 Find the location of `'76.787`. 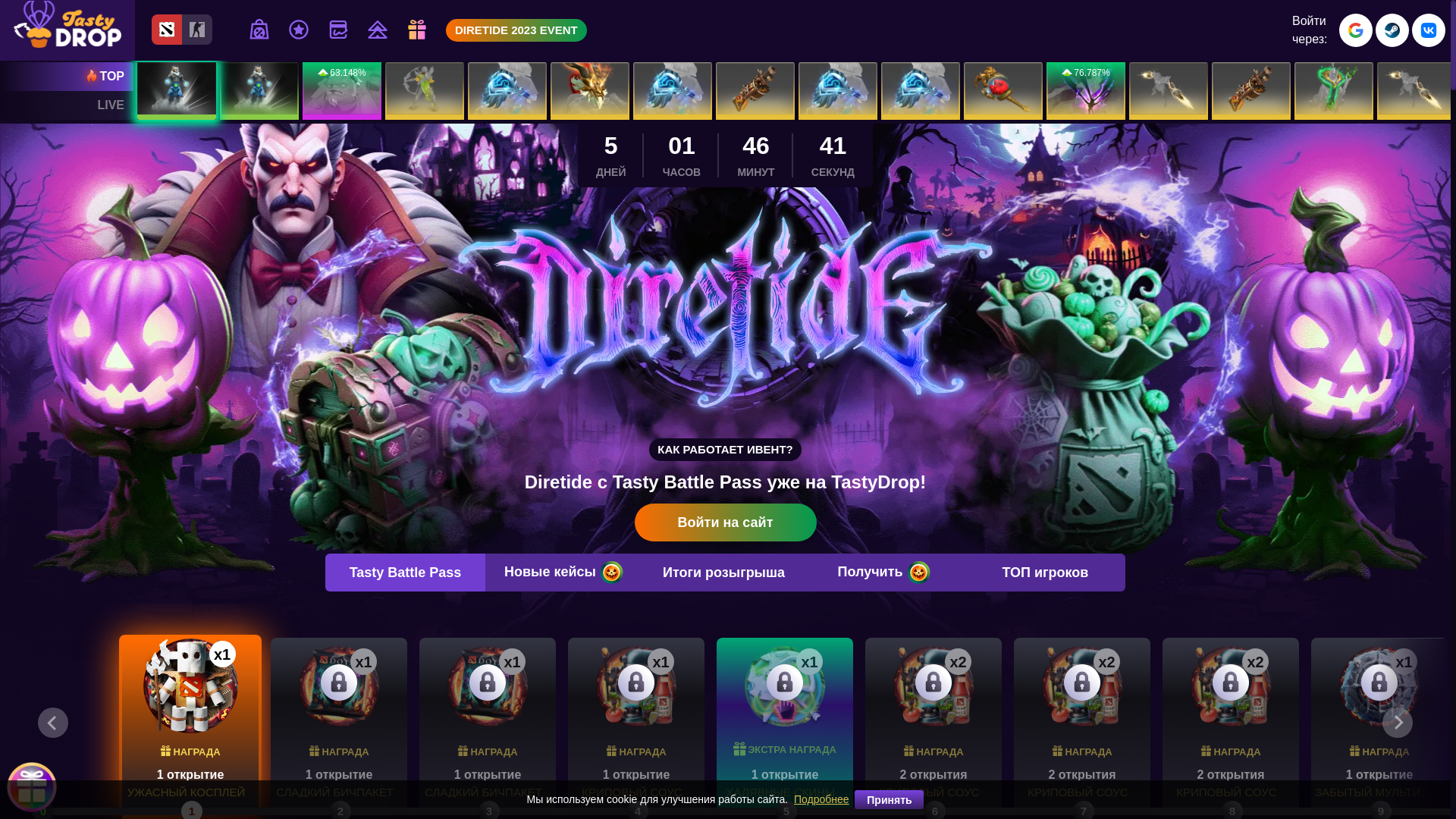

'76.787 is located at coordinates (1084, 90).